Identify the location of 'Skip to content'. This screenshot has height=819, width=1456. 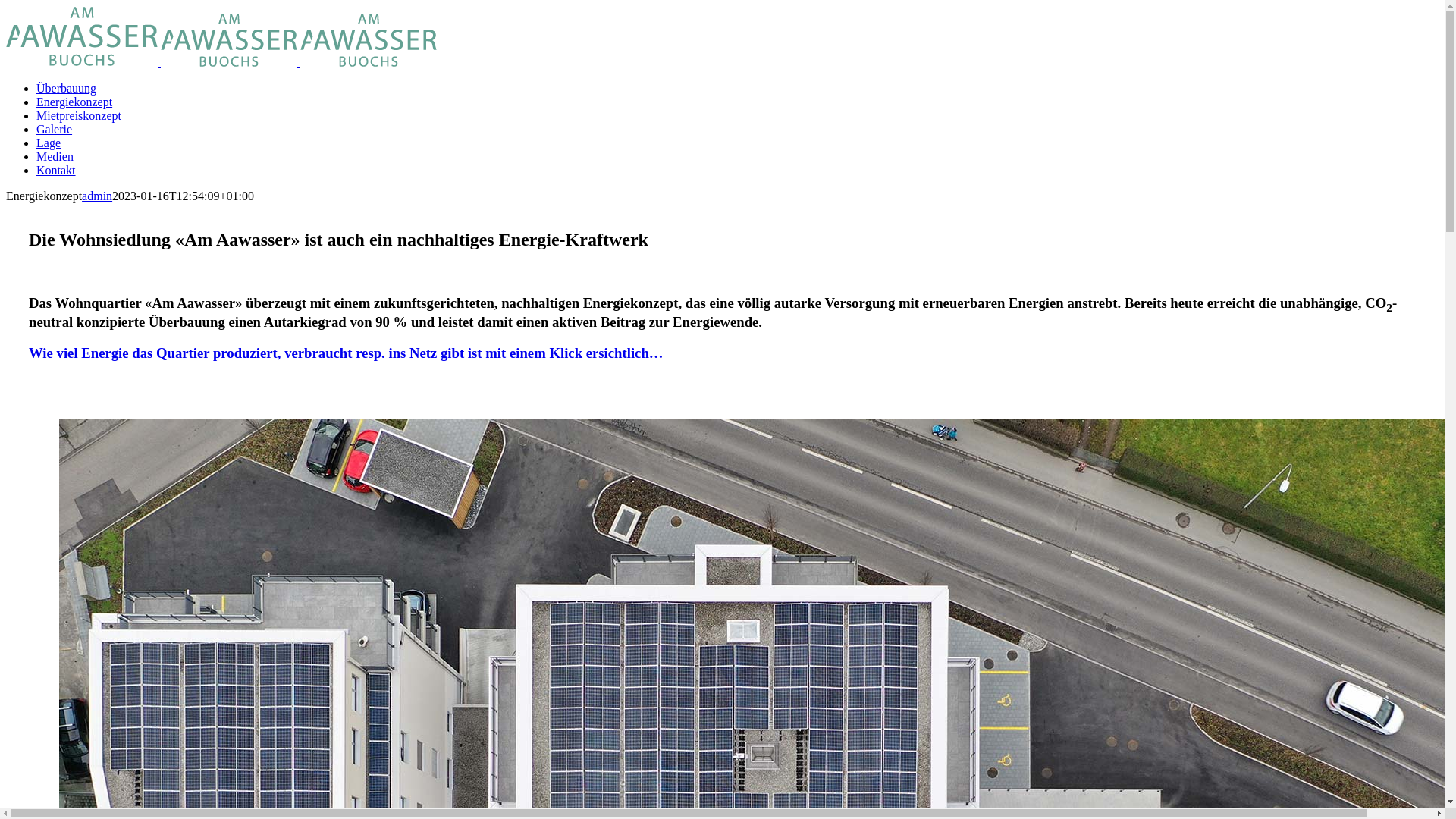
(5, 5).